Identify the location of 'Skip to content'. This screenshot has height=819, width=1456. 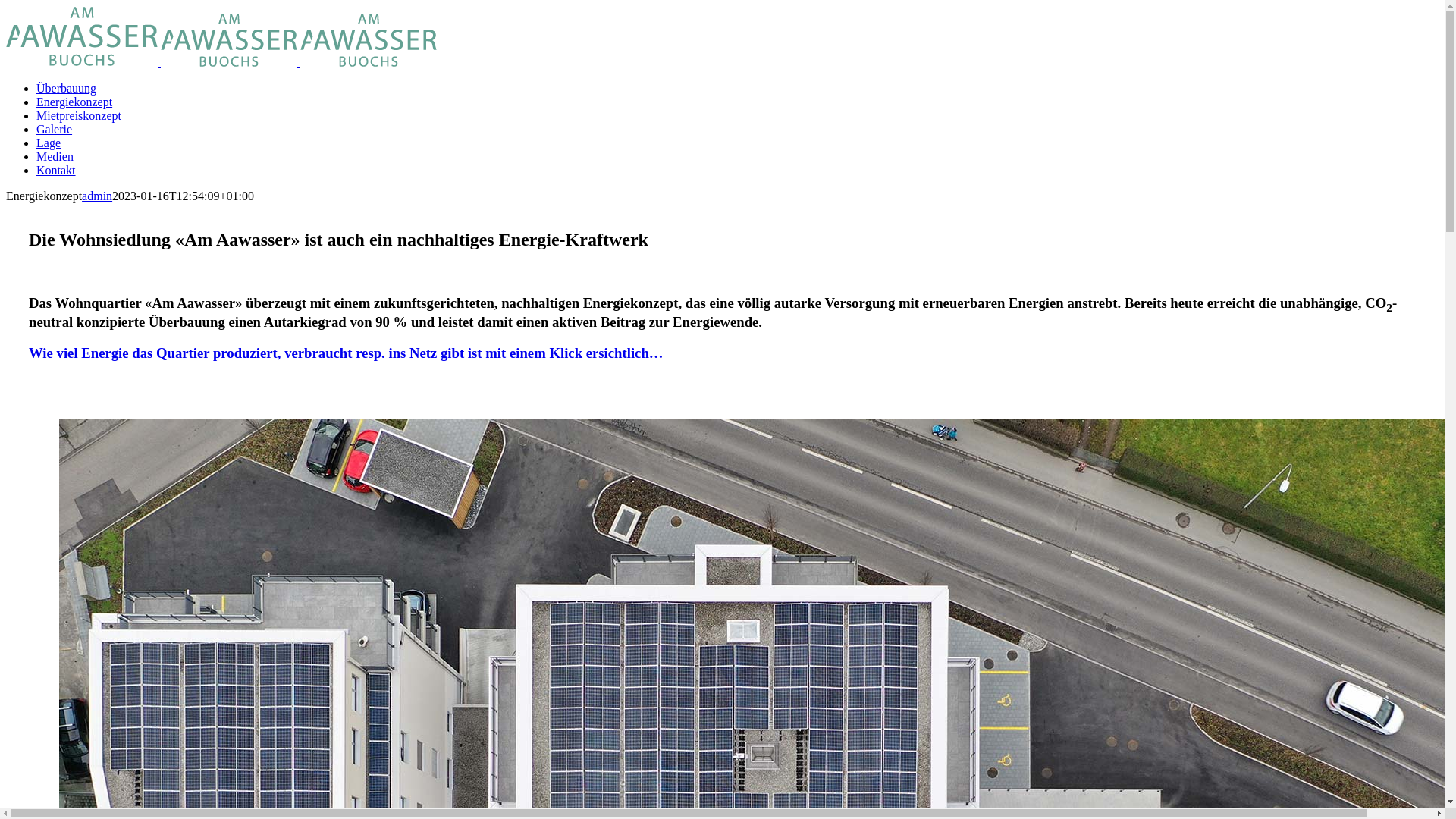
(5, 5).